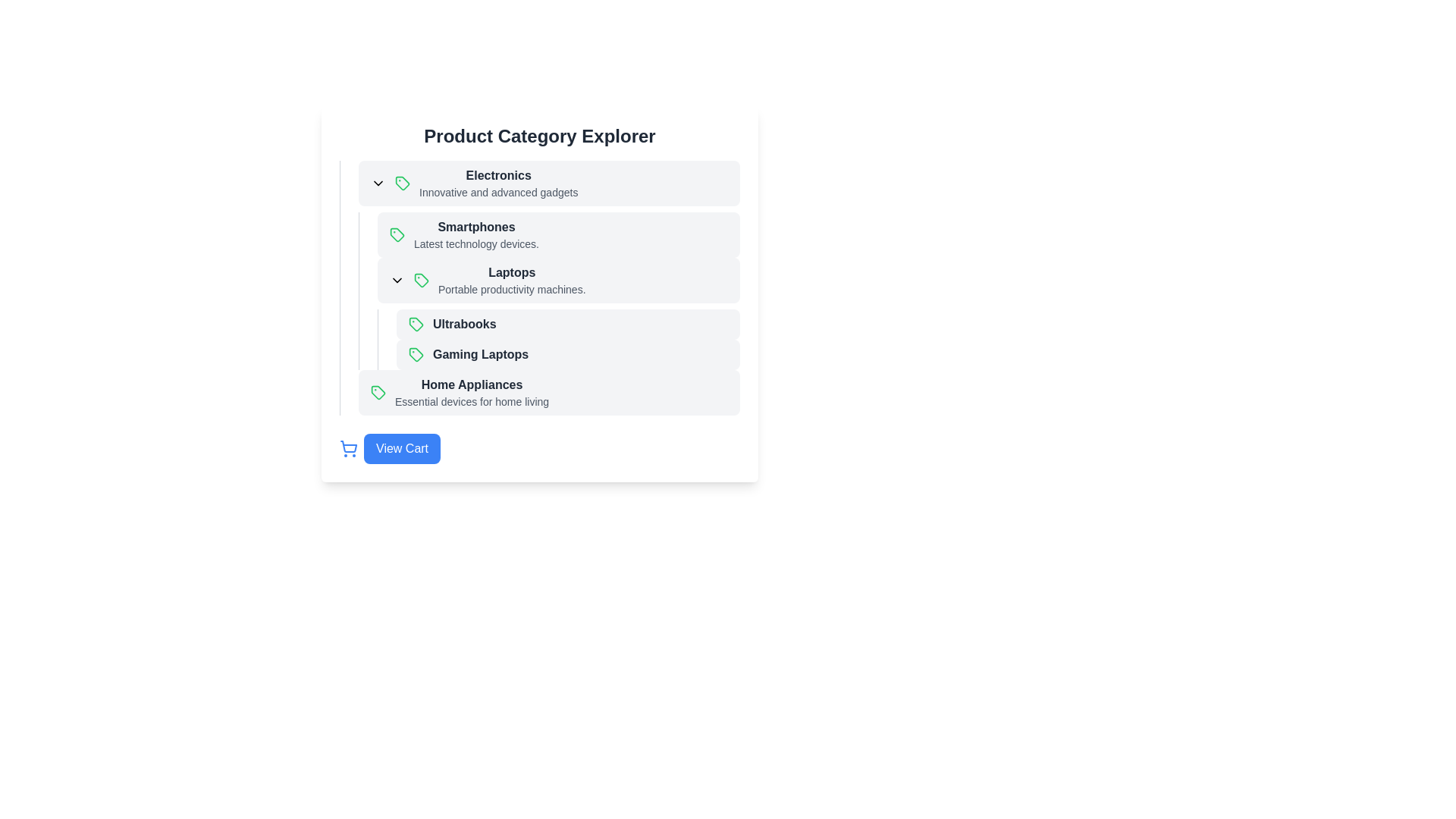 This screenshot has width=1456, height=819. Describe the element at coordinates (471, 391) in the screenshot. I see `the text display element that contains the lines 'Home Appliances' and 'Essential devices for home living', located under the 'Gaming Laptops' option in the 'Product Category Explorer' section` at that location.